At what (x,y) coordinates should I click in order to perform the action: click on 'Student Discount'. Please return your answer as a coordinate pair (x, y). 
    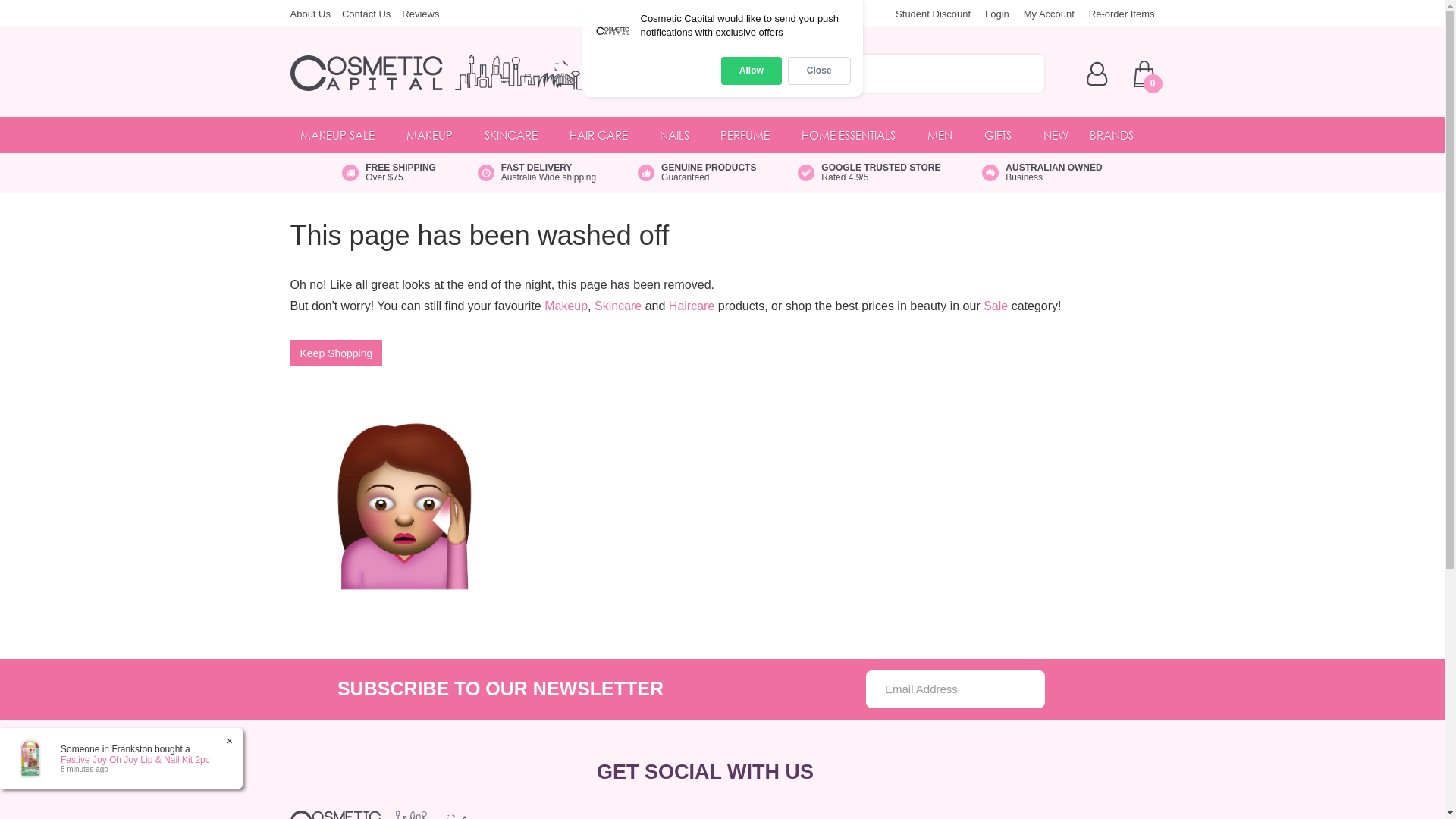
    Looking at the image, I should click on (895, 14).